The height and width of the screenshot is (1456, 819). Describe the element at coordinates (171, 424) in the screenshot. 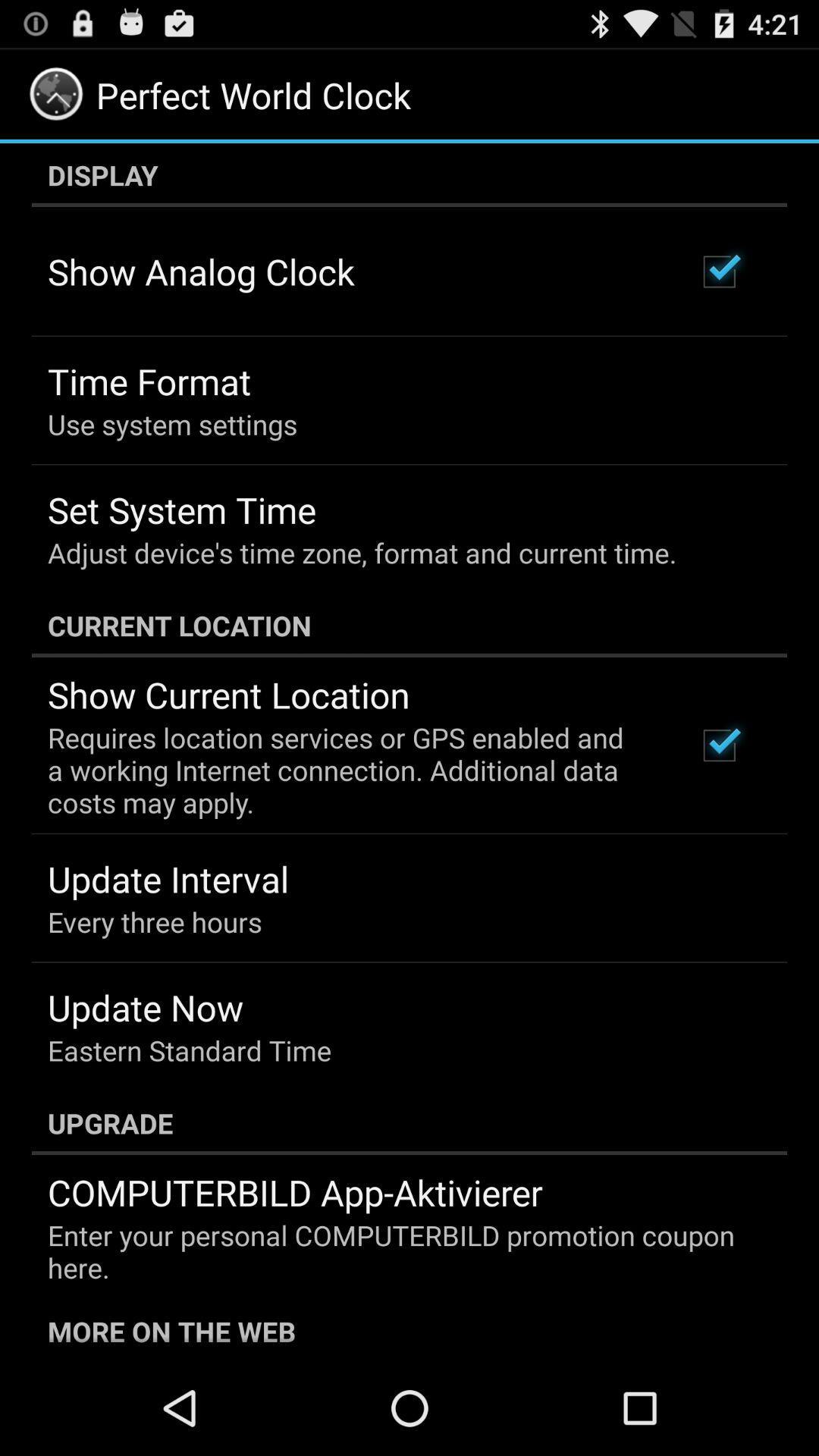

I see `the item above set system time item` at that location.